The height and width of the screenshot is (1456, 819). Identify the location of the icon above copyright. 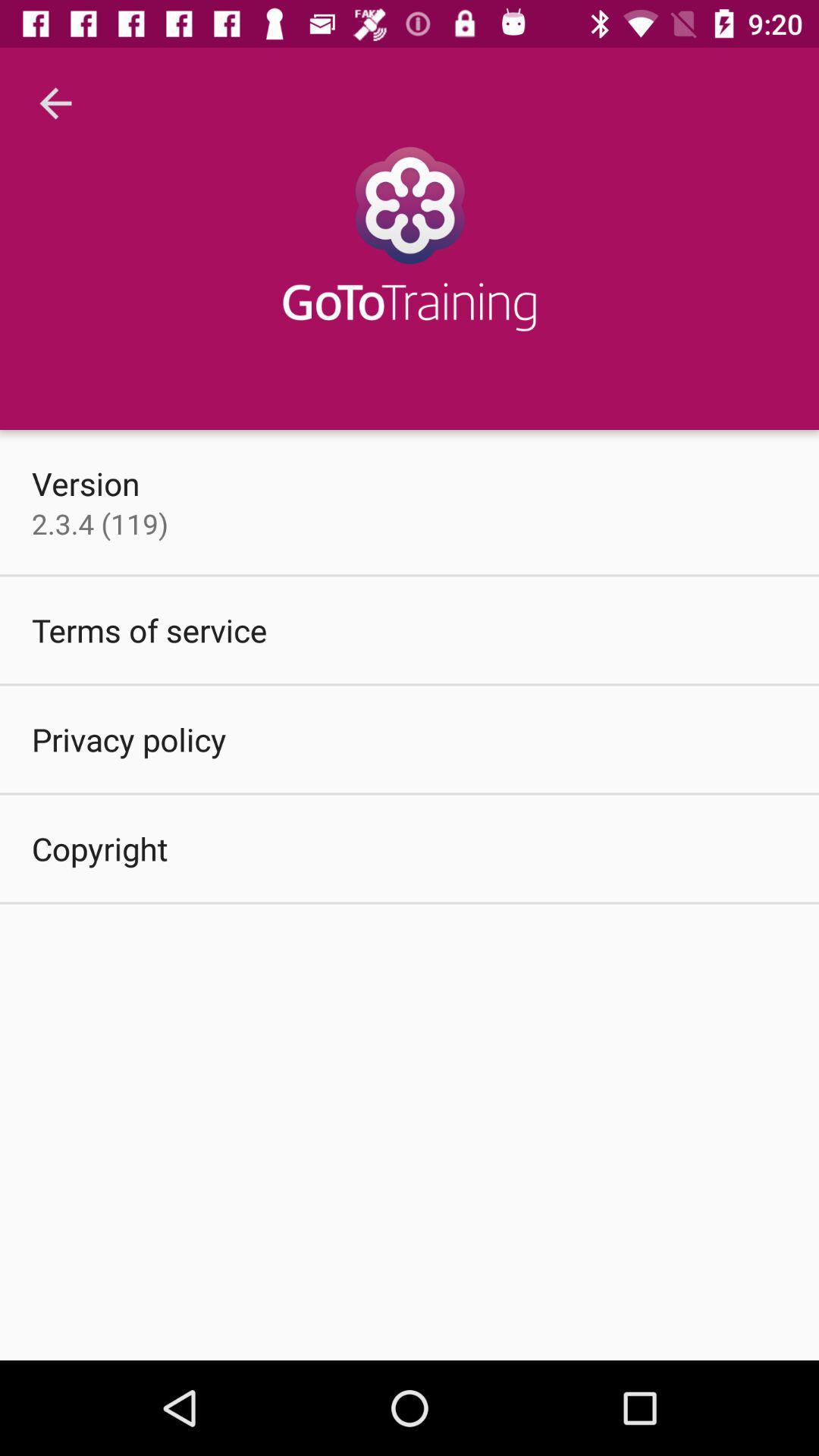
(128, 739).